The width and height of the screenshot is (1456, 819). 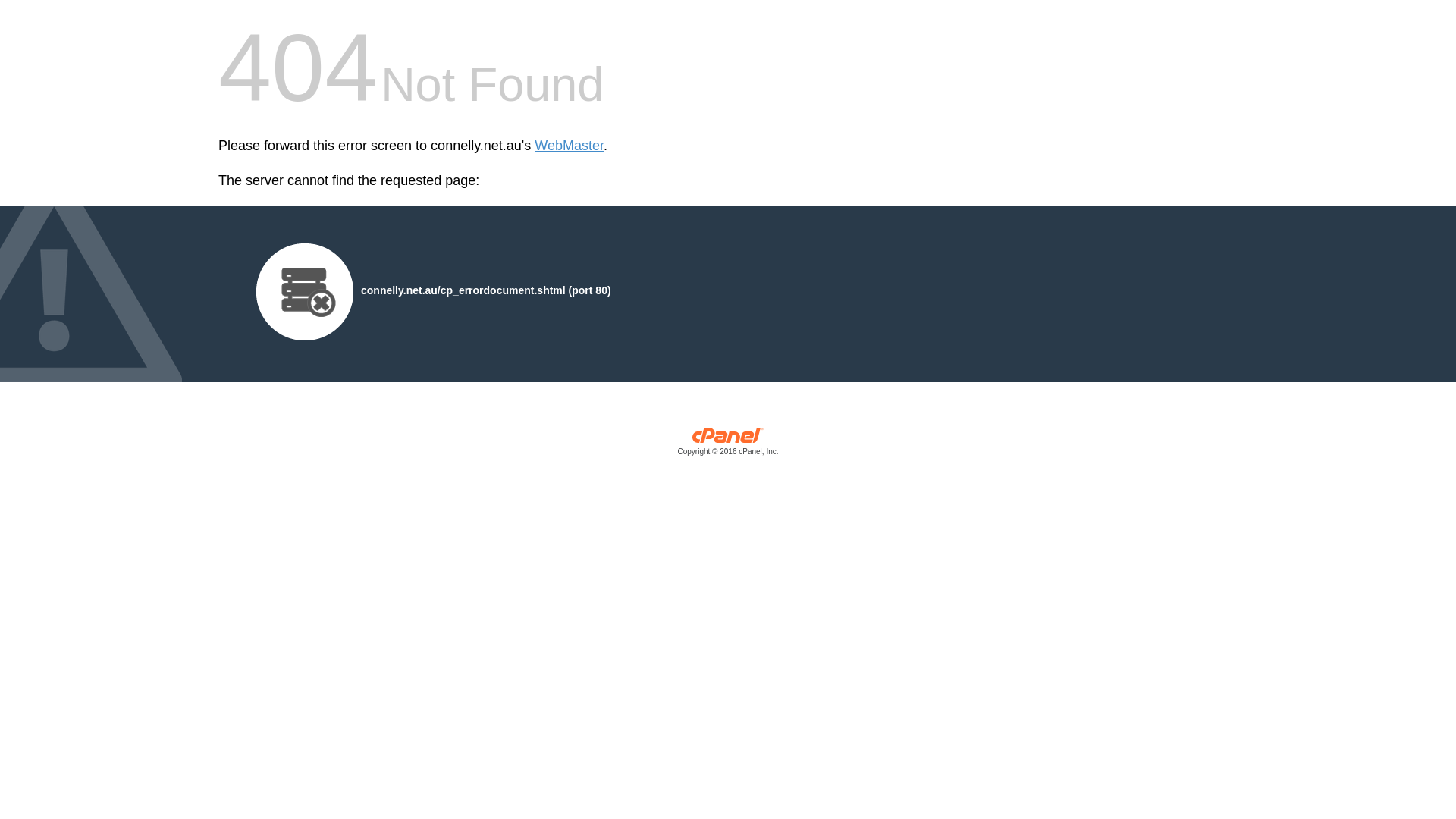 What do you see at coordinates (568, 146) in the screenshot?
I see `'WebMaster'` at bounding box center [568, 146].